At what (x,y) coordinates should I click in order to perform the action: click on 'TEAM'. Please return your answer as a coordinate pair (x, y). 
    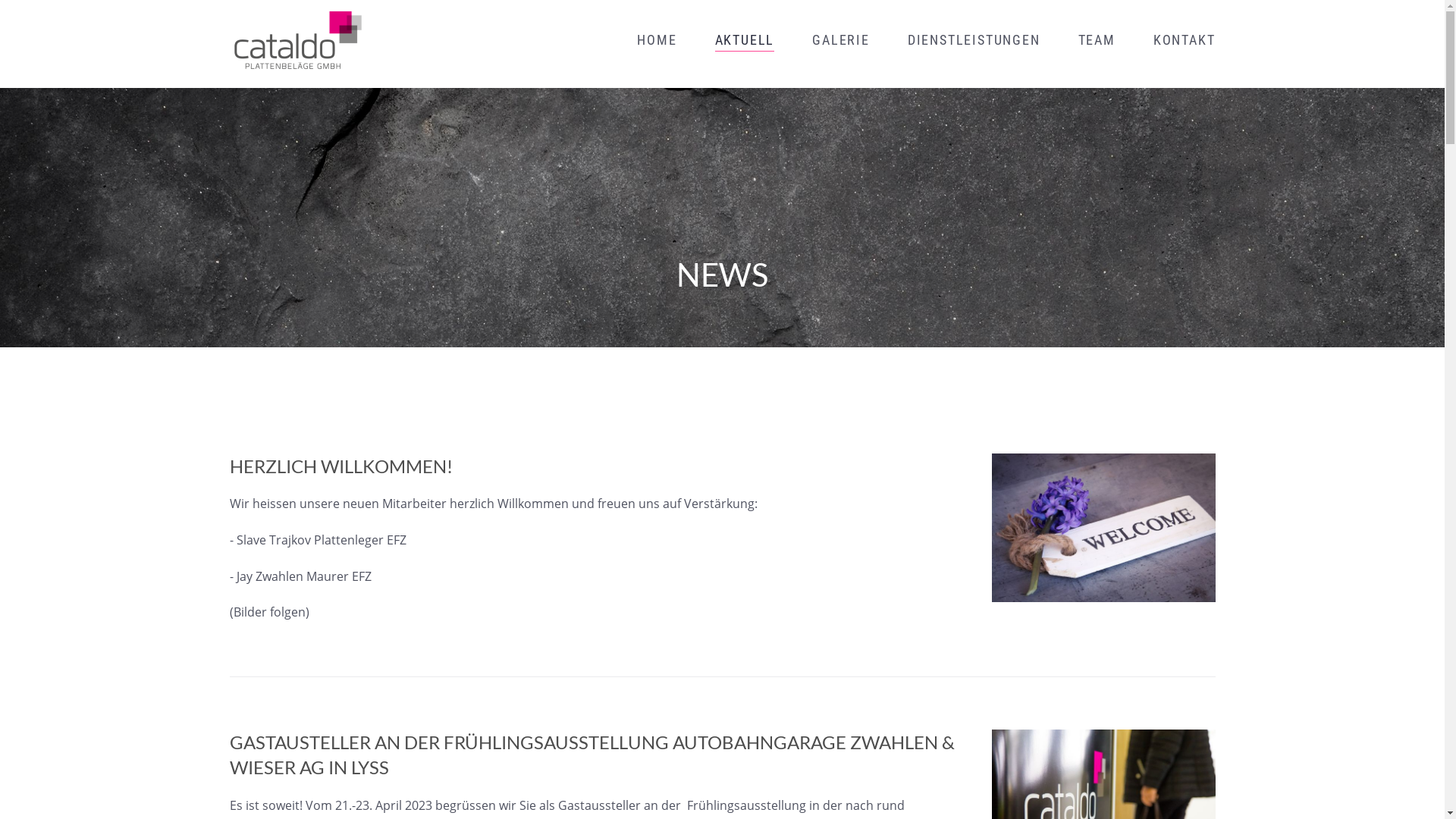
    Looking at the image, I should click on (1097, 39).